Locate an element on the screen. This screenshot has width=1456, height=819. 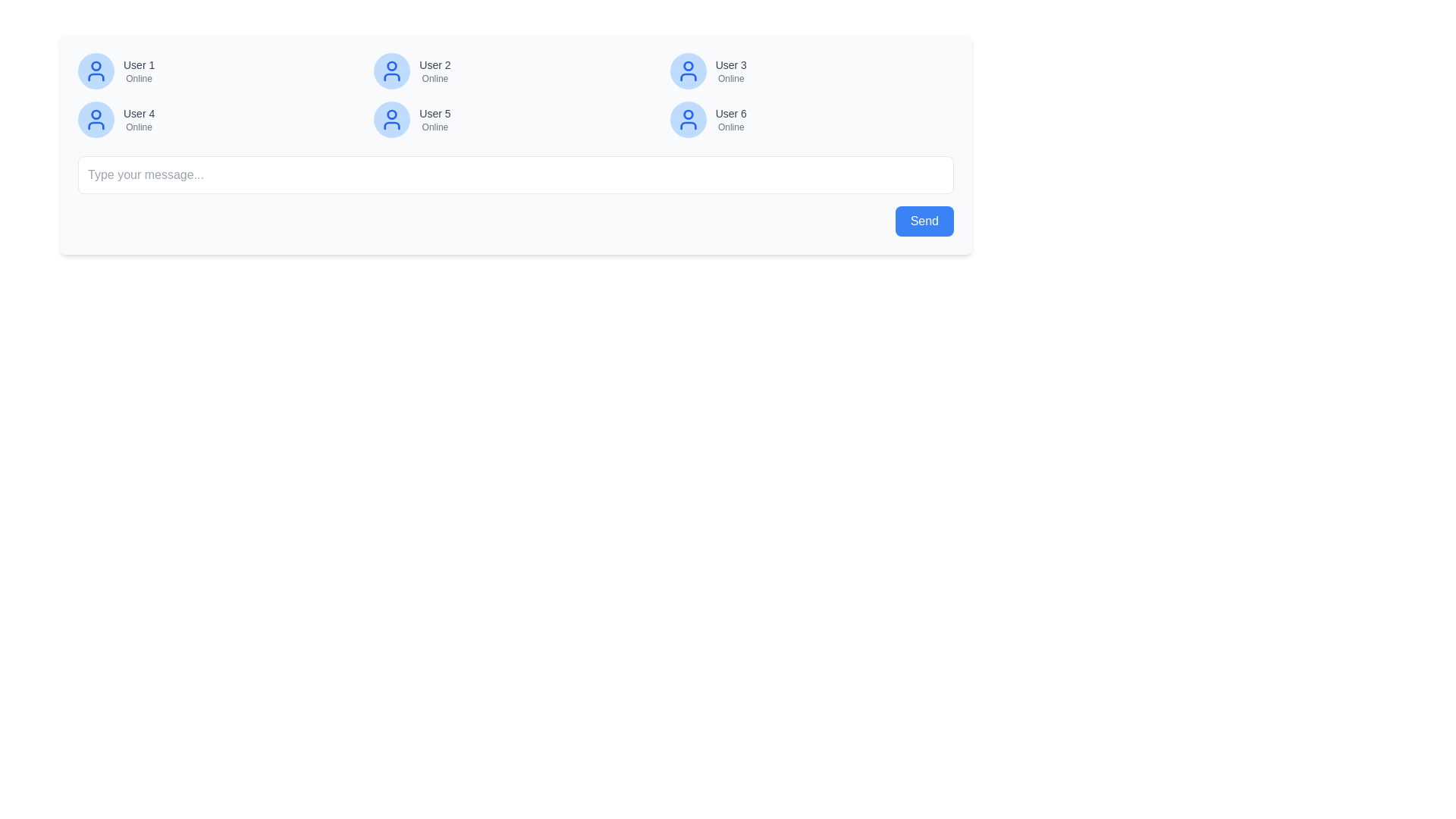
the circular user avatar icon representing 'User 4 Online', which has a light blue background and a white person icon in the center is located at coordinates (95, 119).